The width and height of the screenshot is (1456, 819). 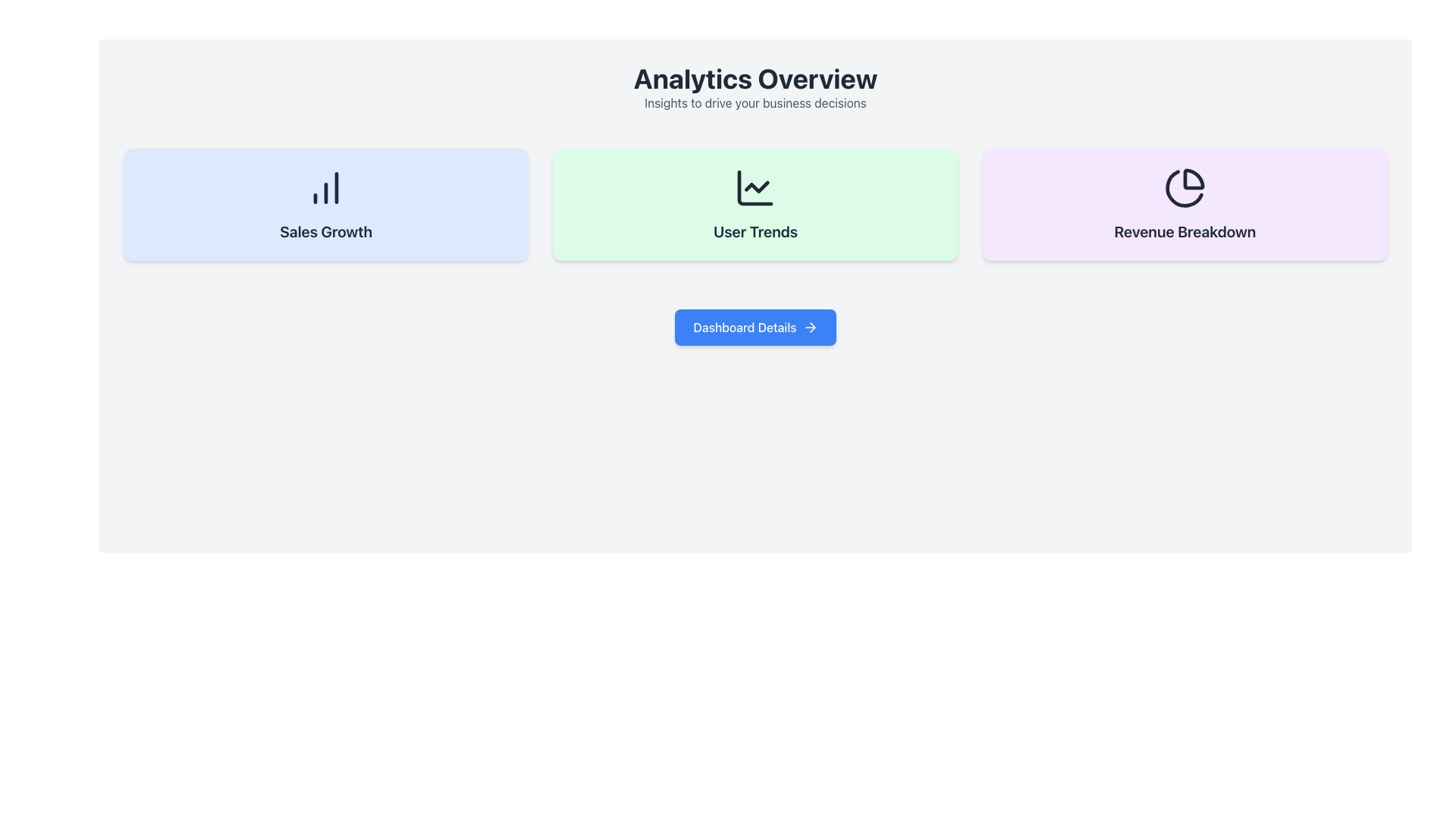 What do you see at coordinates (809, 327) in the screenshot?
I see `the rightward-pointing arrow icon located inside the blue button labeled 'Dashboard Details', which is centered below the cards titled 'Sales Growth', 'User Trends', and 'Revenue Breakdown'` at bounding box center [809, 327].